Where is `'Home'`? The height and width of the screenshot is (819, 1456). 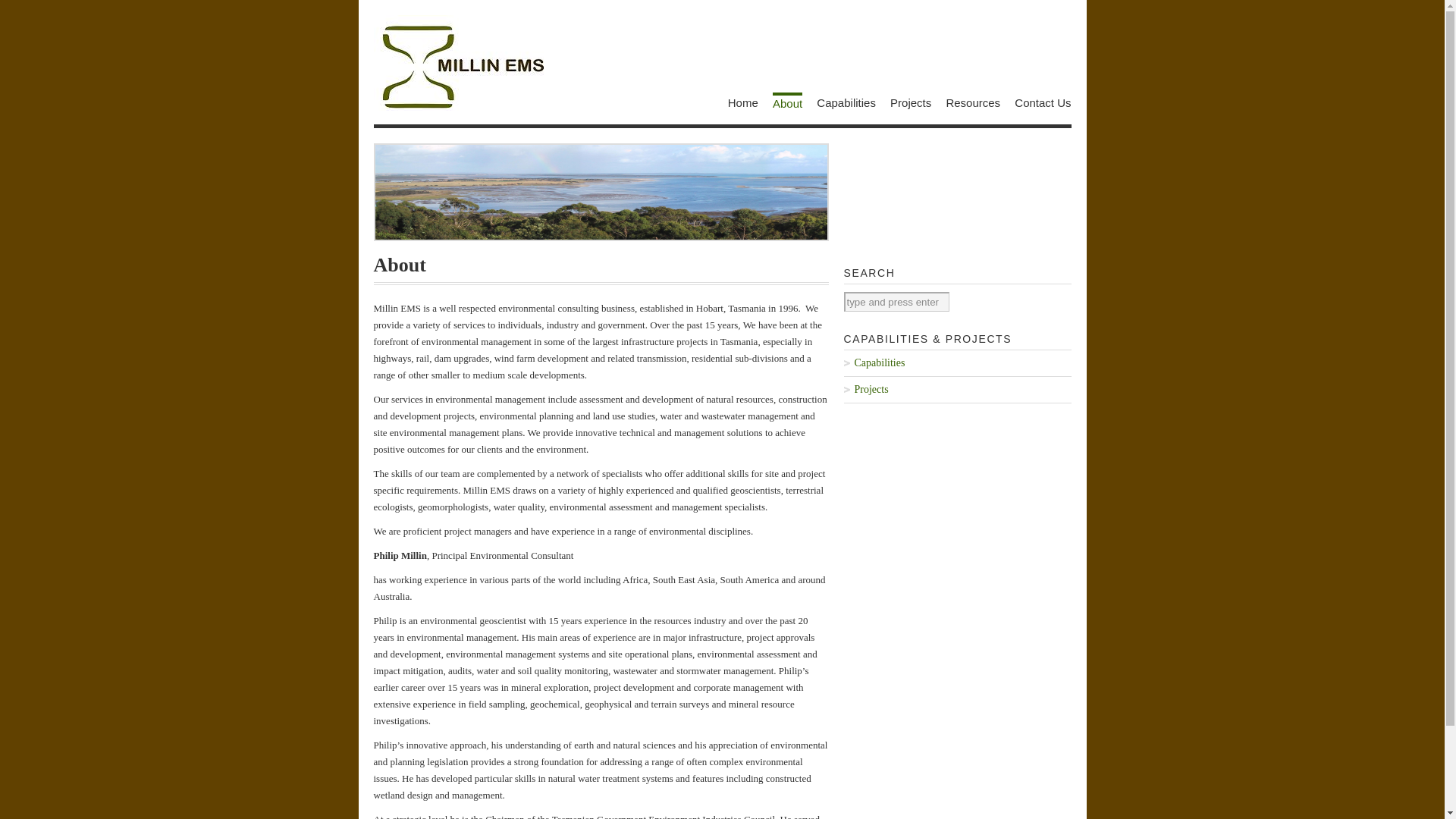
'Home' is located at coordinates (742, 102).